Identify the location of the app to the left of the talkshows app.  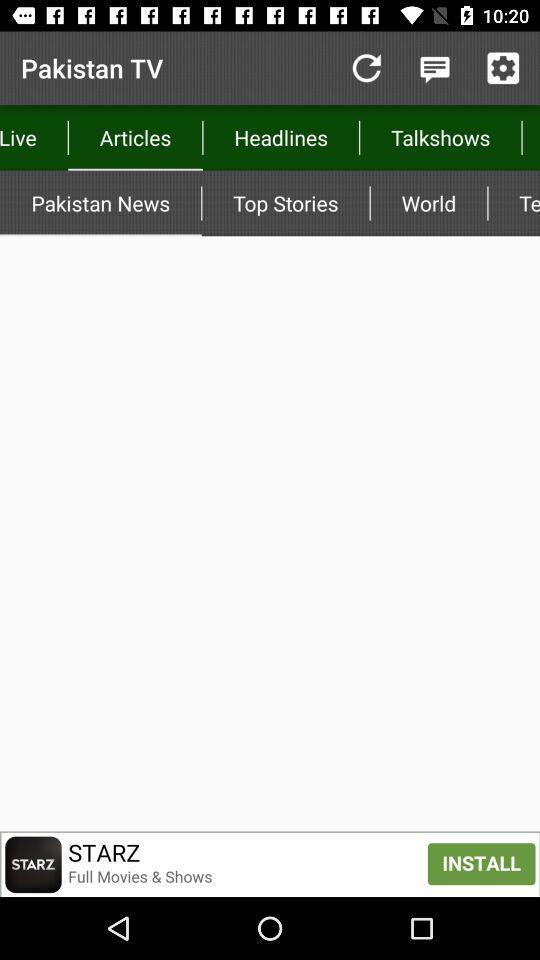
(280, 136).